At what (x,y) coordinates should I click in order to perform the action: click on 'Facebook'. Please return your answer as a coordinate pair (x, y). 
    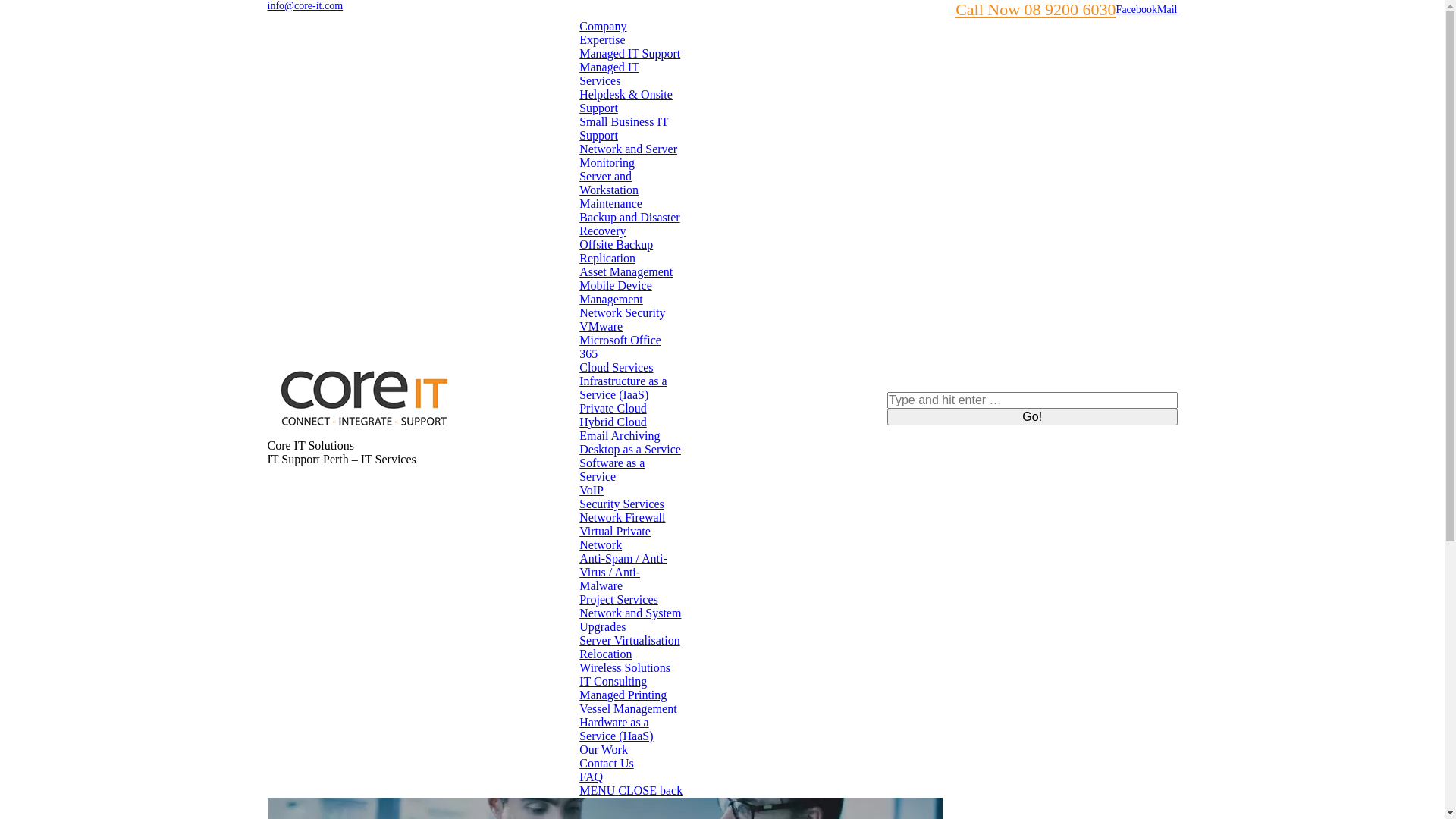
    Looking at the image, I should click on (1136, 9).